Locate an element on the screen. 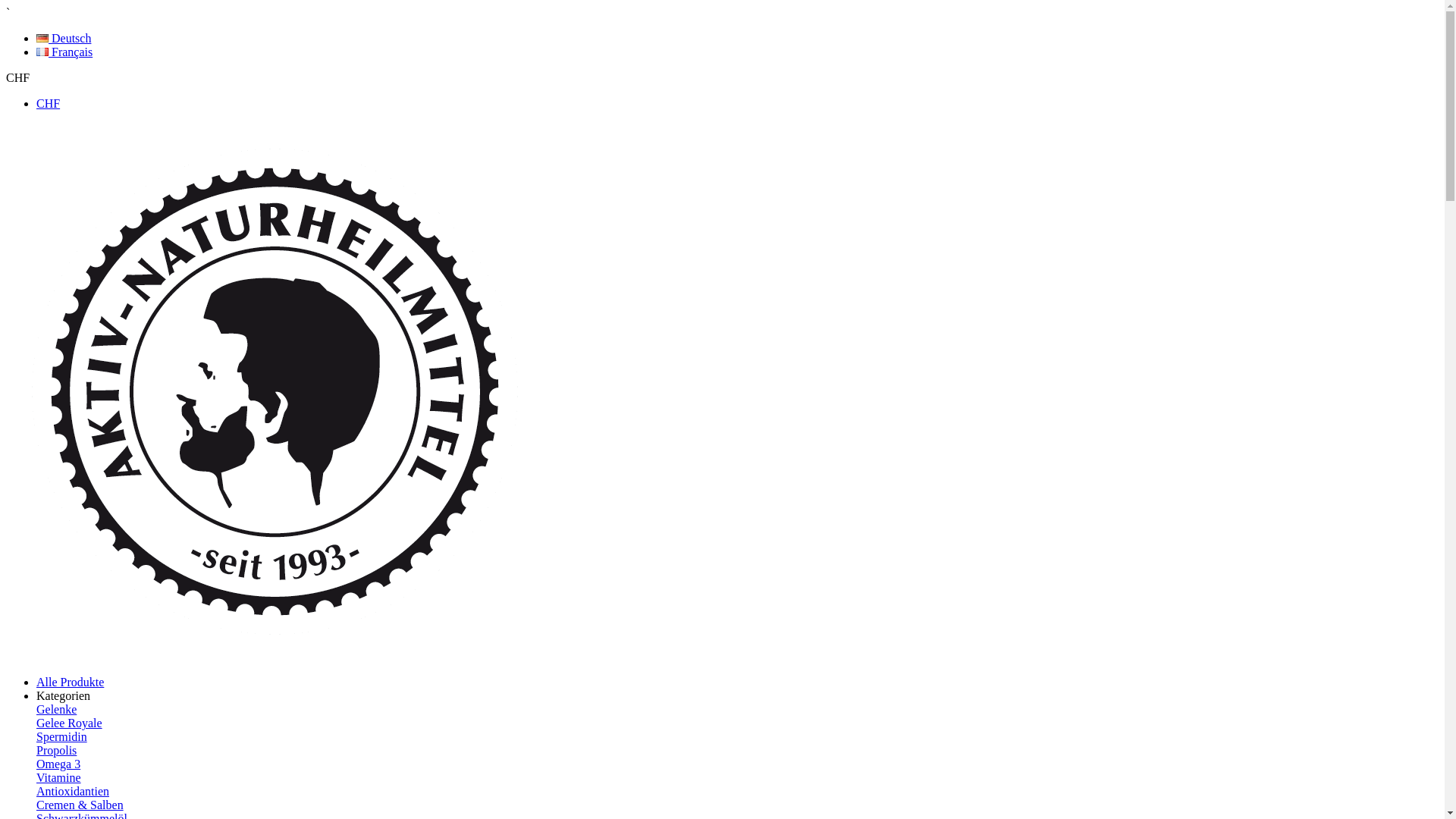 The height and width of the screenshot is (819, 1456). 'Alle Produkte' is located at coordinates (69, 681).